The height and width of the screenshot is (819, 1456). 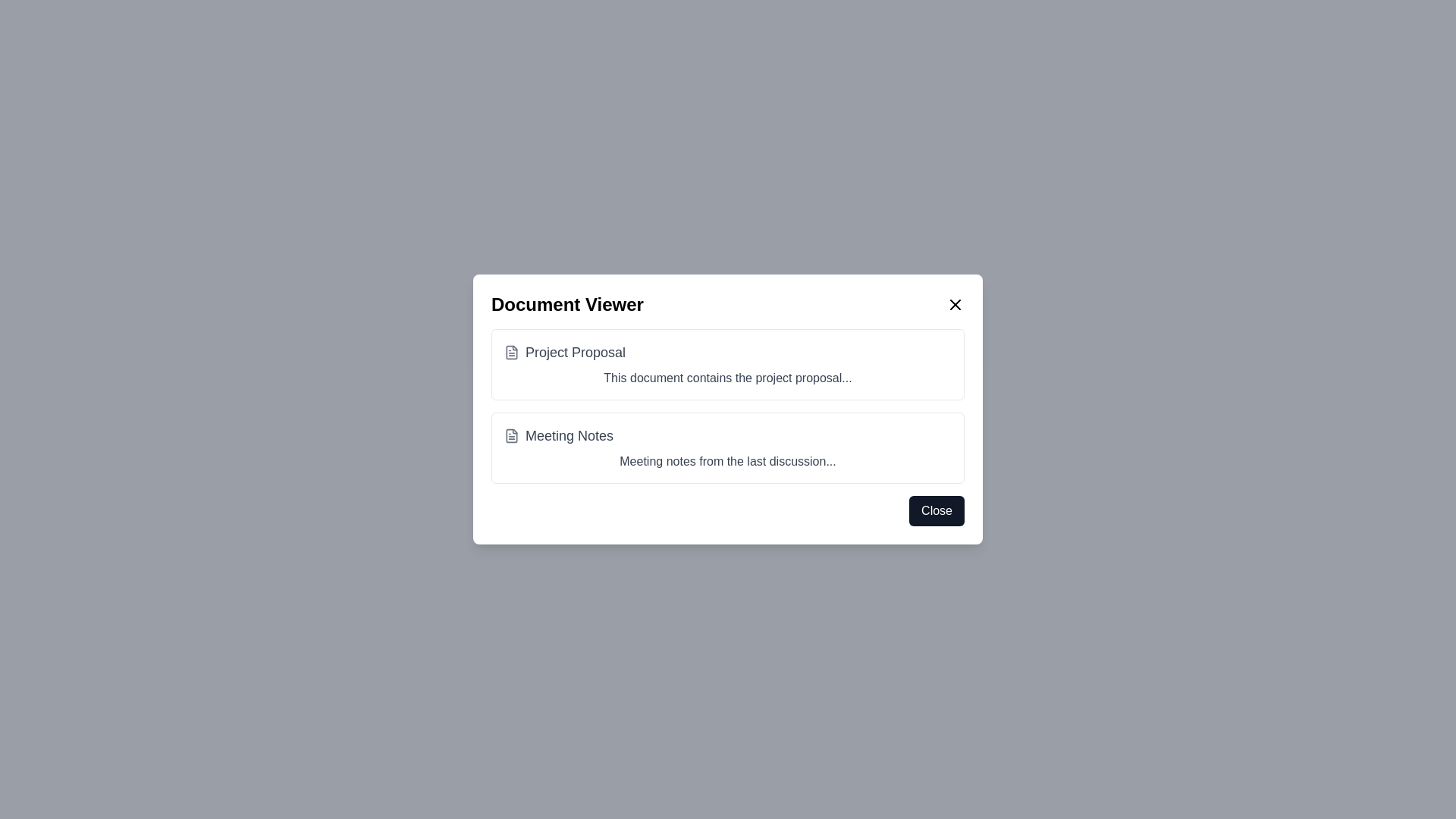 What do you see at coordinates (728, 377) in the screenshot?
I see `the text display element that shows 'This document contains the project proposal...' positioned under the 'Project Proposal' heading` at bounding box center [728, 377].